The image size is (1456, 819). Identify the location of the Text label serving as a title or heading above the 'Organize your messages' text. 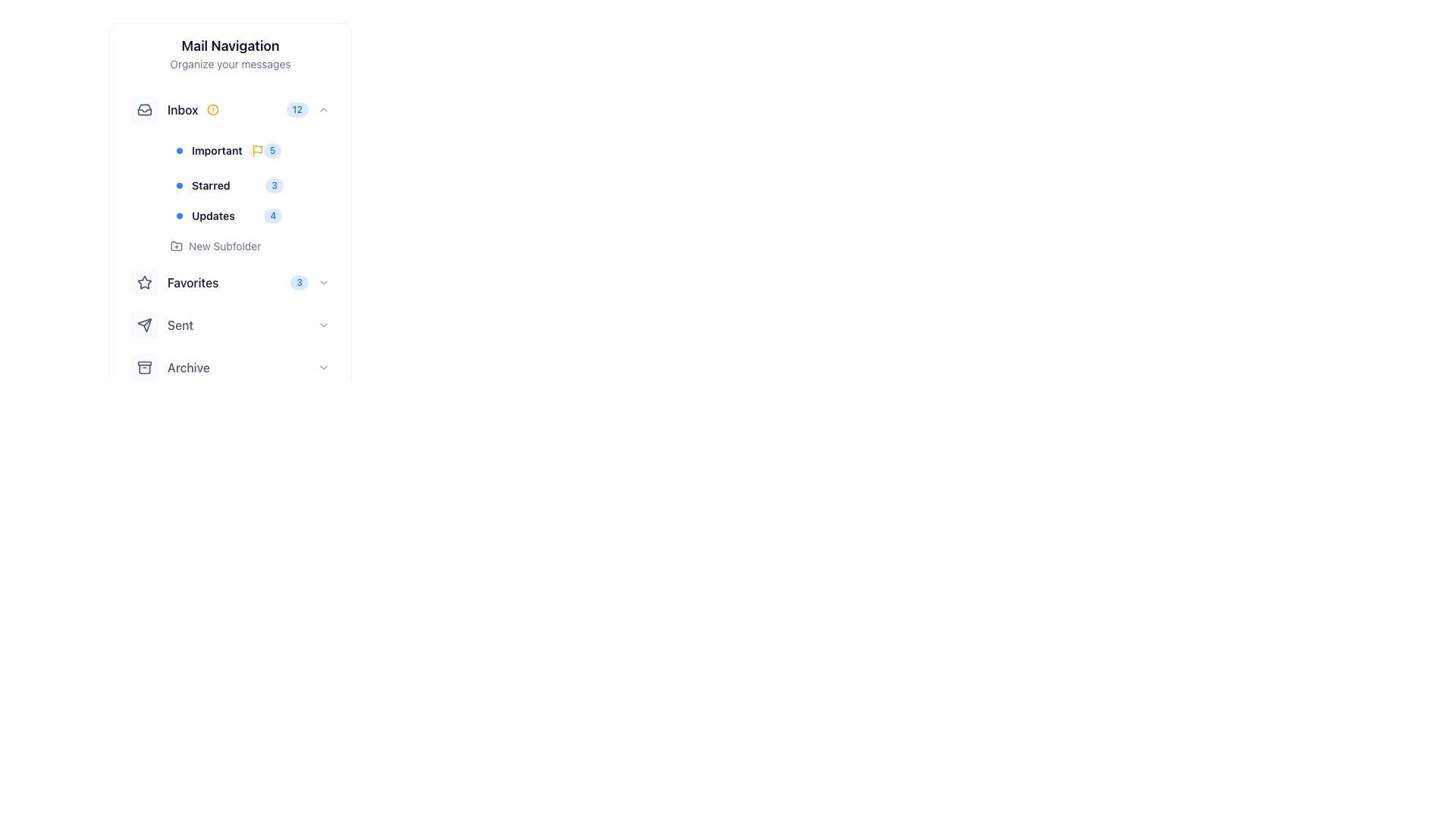
(229, 45).